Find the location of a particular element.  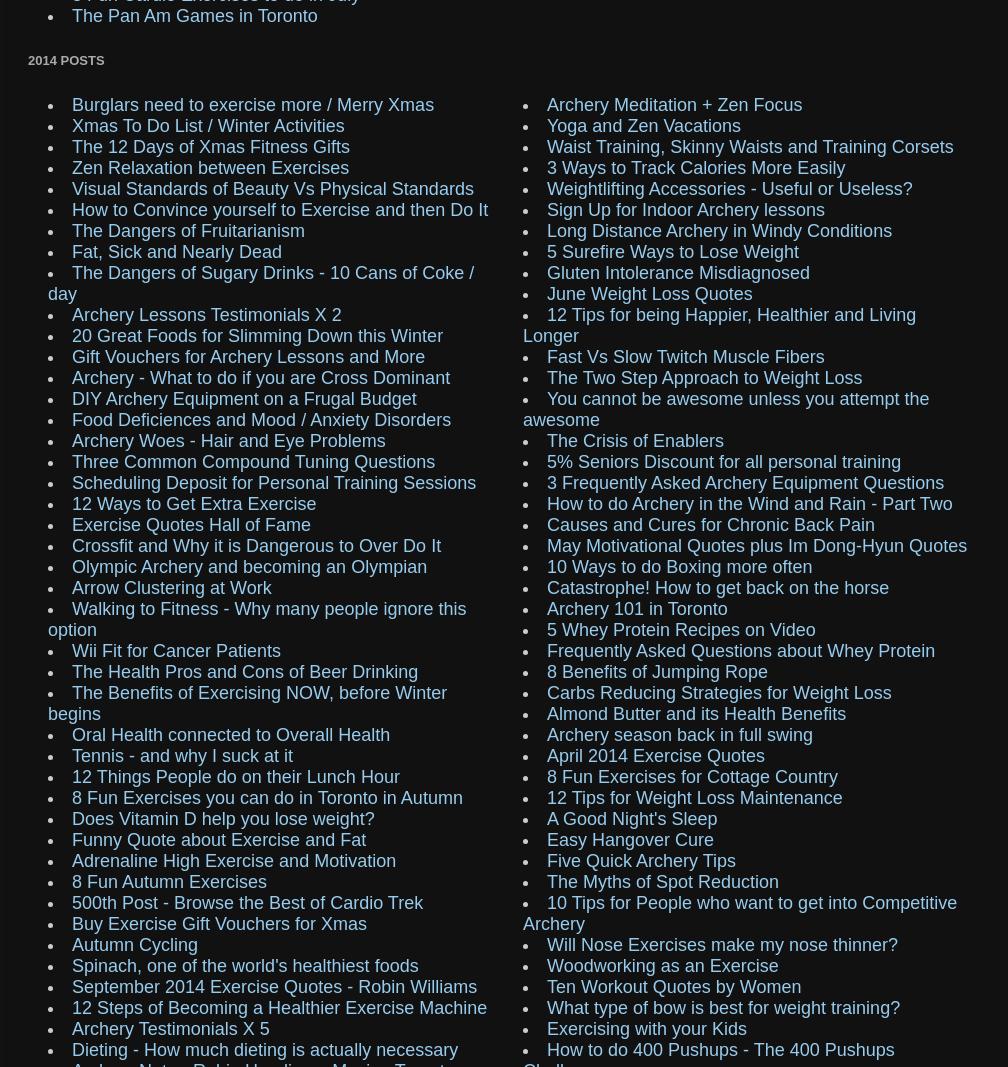

'Gift Vouchers for Archery Lessons and More' is located at coordinates (248, 355).